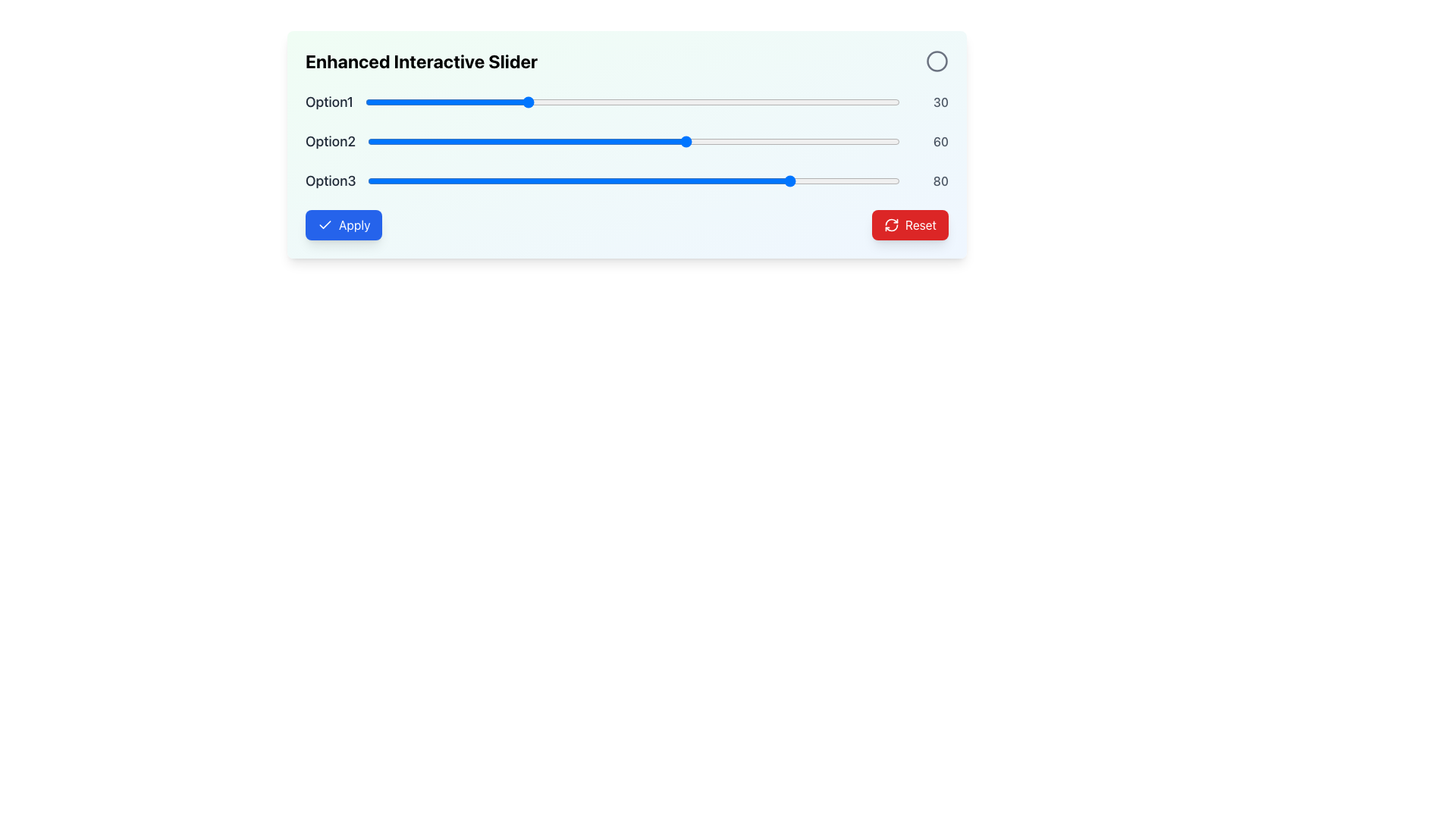 The width and height of the screenshot is (1456, 819). What do you see at coordinates (558, 141) in the screenshot?
I see `the slider for 'Option2'` at bounding box center [558, 141].